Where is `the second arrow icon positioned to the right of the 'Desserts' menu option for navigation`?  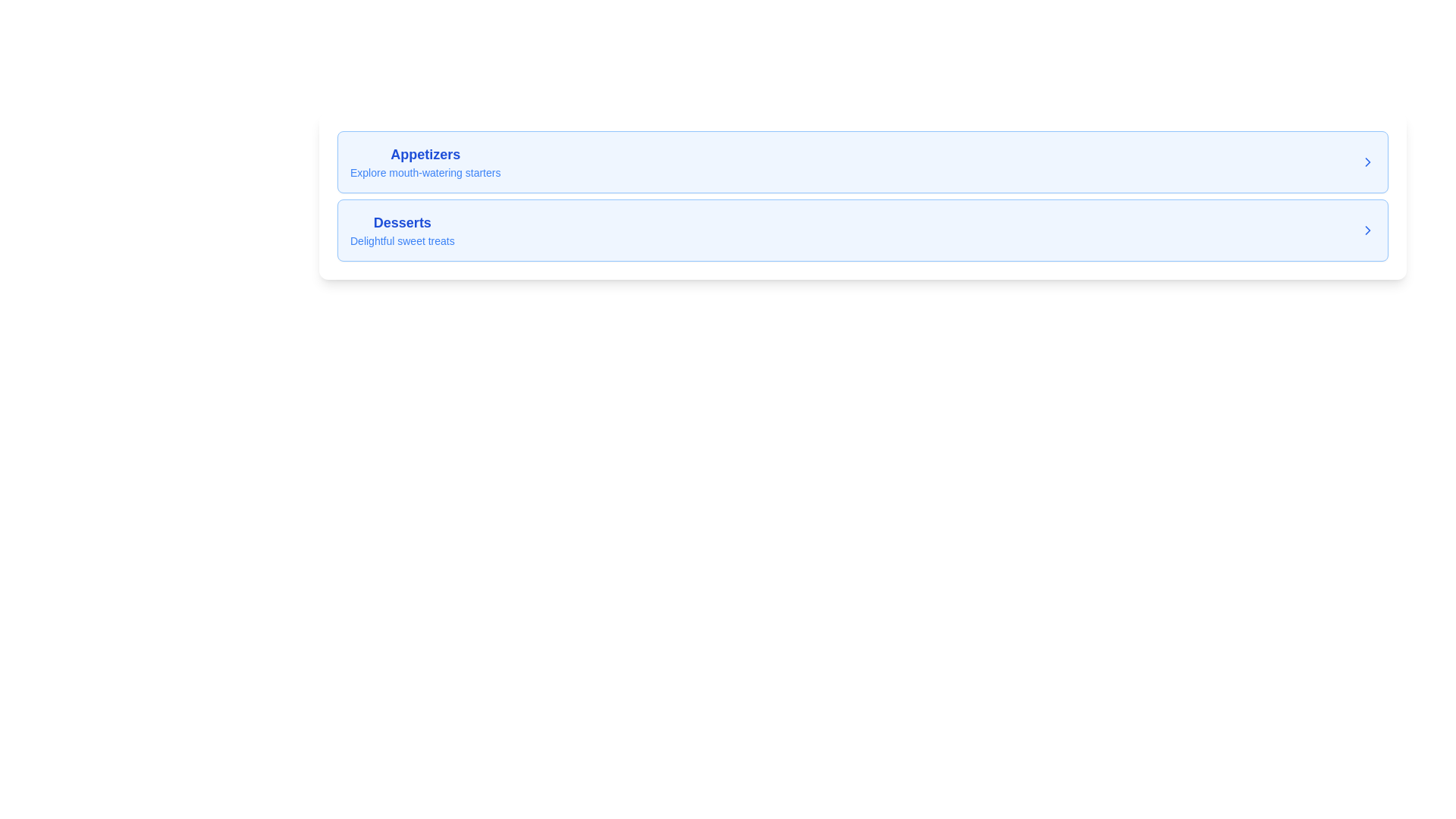 the second arrow icon positioned to the right of the 'Desserts' menu option for navigation is located at coordinates (1368, 231).